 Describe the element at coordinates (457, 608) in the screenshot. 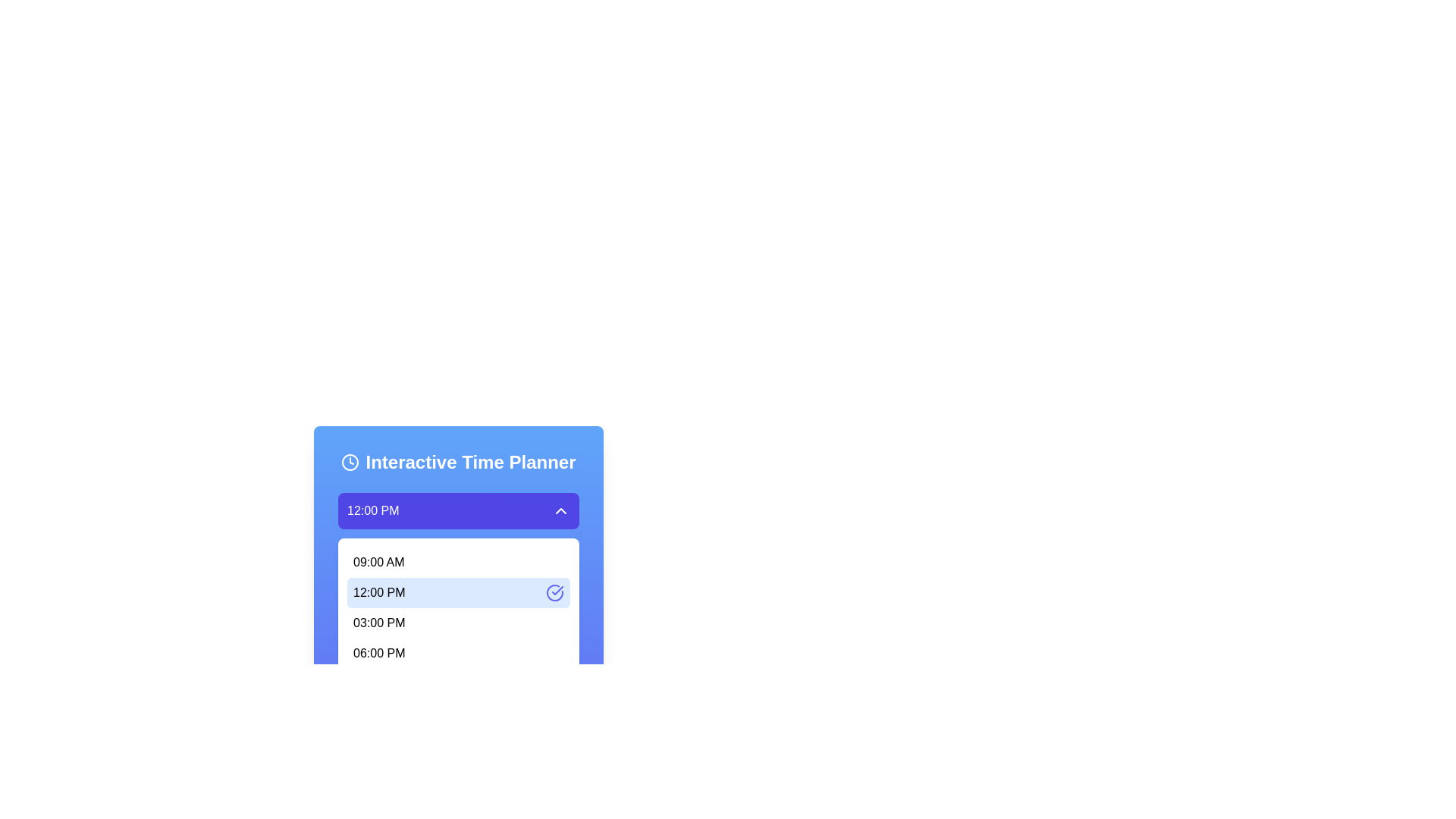

I see `the second list item of the dropdown menu under 'Interactive Time Planner', which allows users` at that location.